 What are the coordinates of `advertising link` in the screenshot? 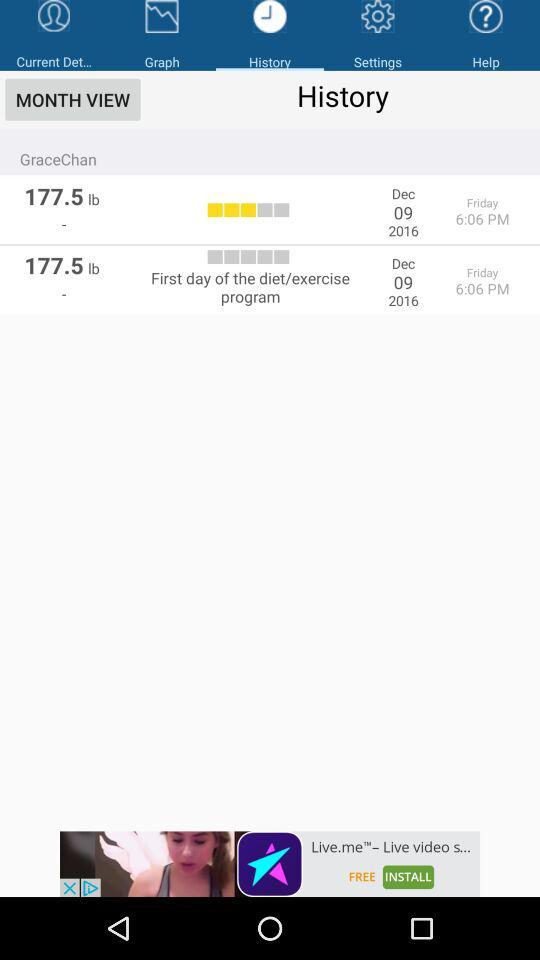 It's located at (270, 863).